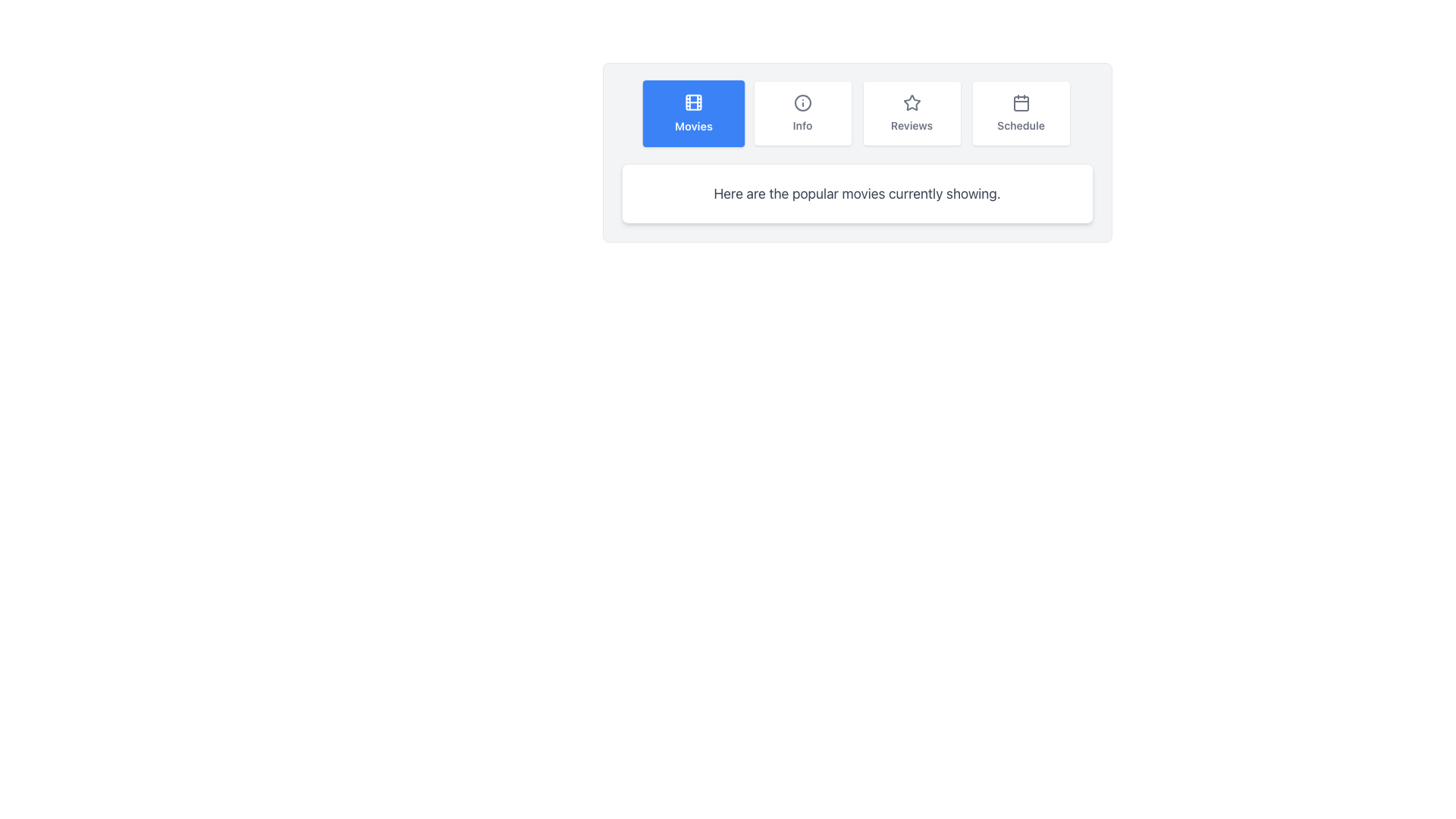 Image resolution: width=1456 pixels, height=819 pixels. I want to click on the navigation tab in the navigation bar to switch to its associated section, so click(857, 113).